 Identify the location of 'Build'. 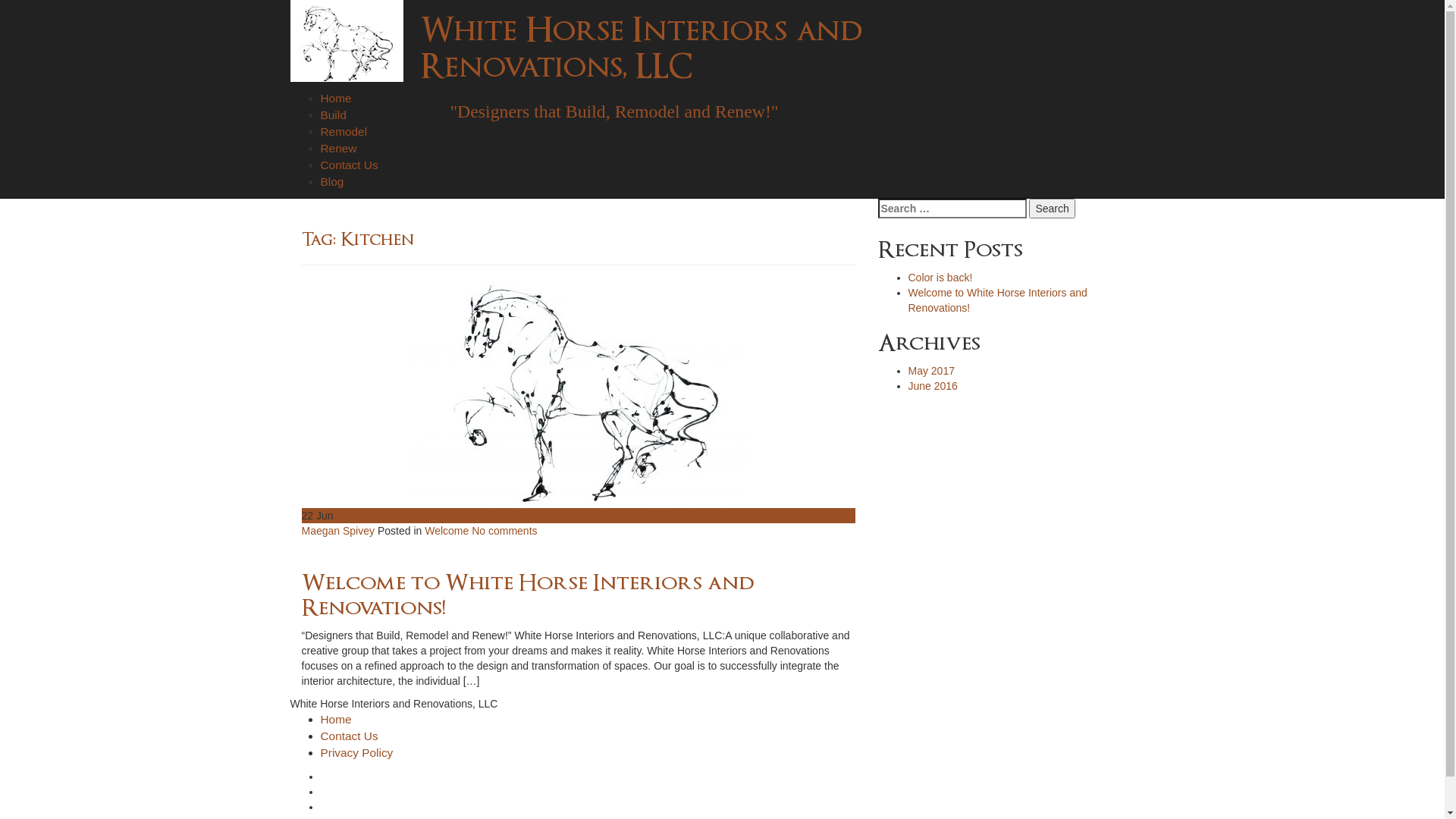
(331, 114).